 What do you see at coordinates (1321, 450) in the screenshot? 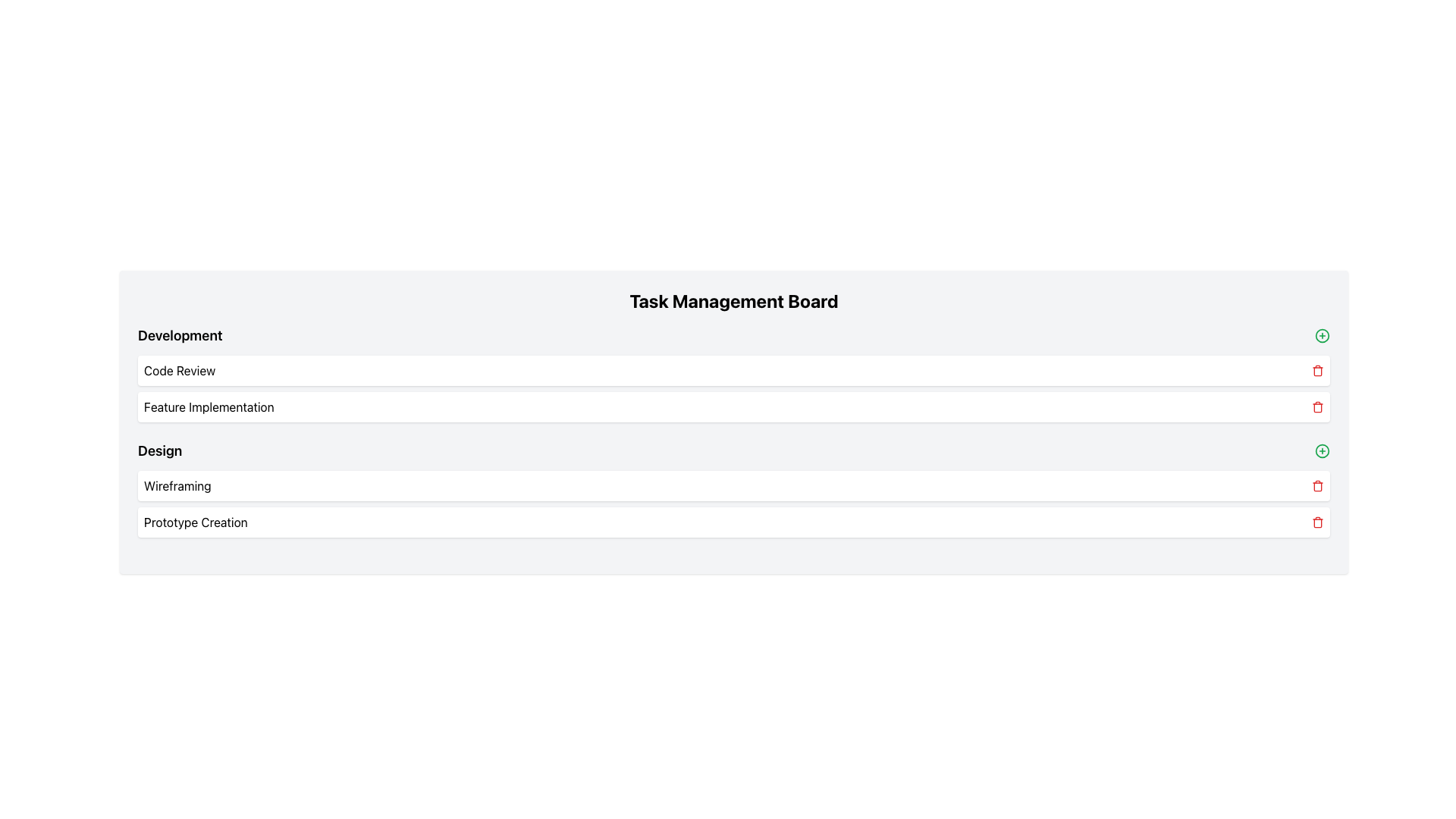
I see `the interactive button located to the right of the last item in the 'Design' section, titled 'Prototype Creation'` at bounding box center [1321, 450].